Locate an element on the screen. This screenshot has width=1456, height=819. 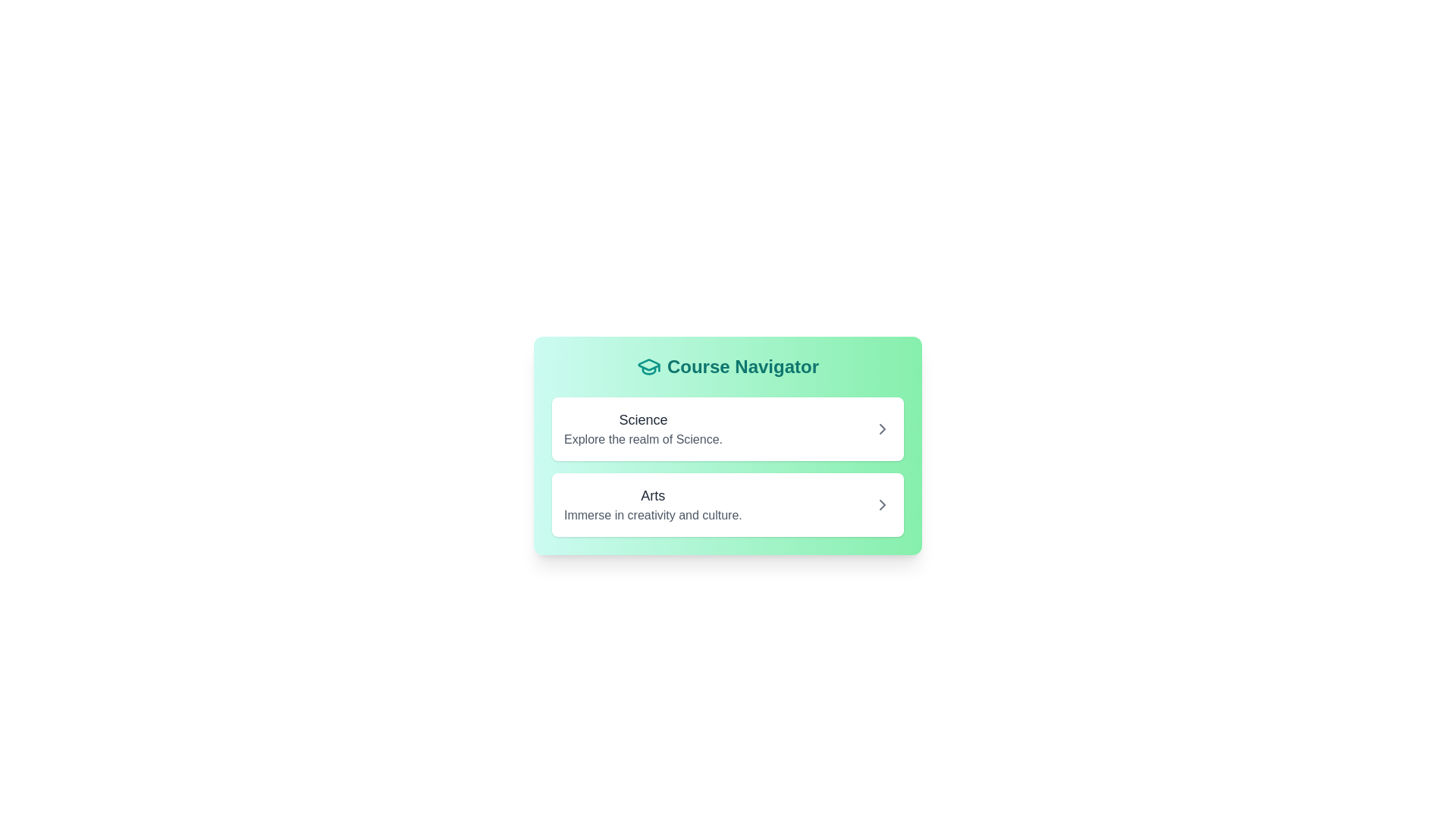
the header element with an accompanying icon at the top of the card that indicates the purpose of the contents below, which has a green gradient background is located at coordinates (728, 366).